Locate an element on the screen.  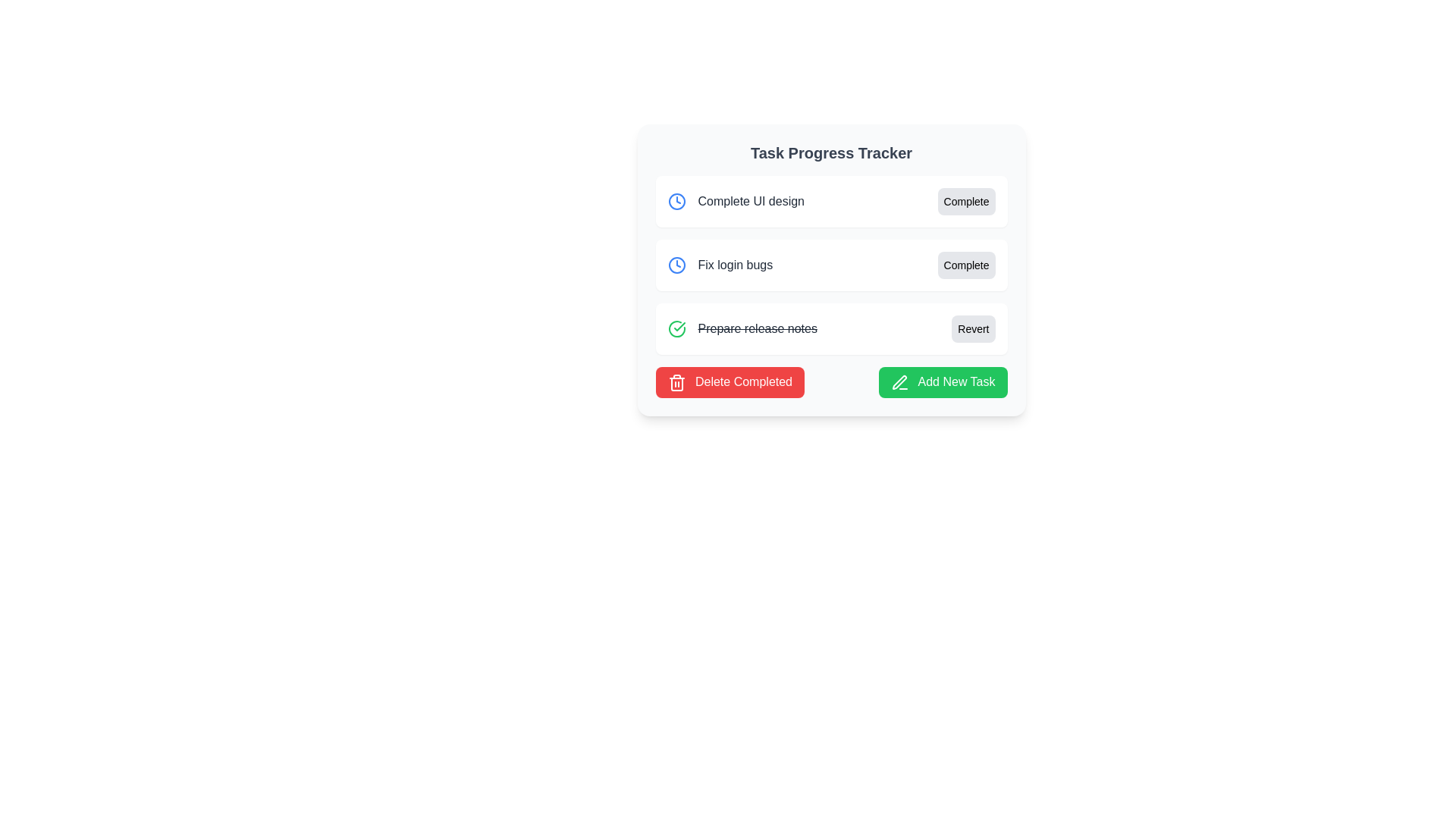
the text label displaying 'Prepare release notes', which indicates a completed task with strikethrough styling and a green checkmark, located in the bottom task row of the Task Progress Tracker interface is located at coordinates (742, 328).